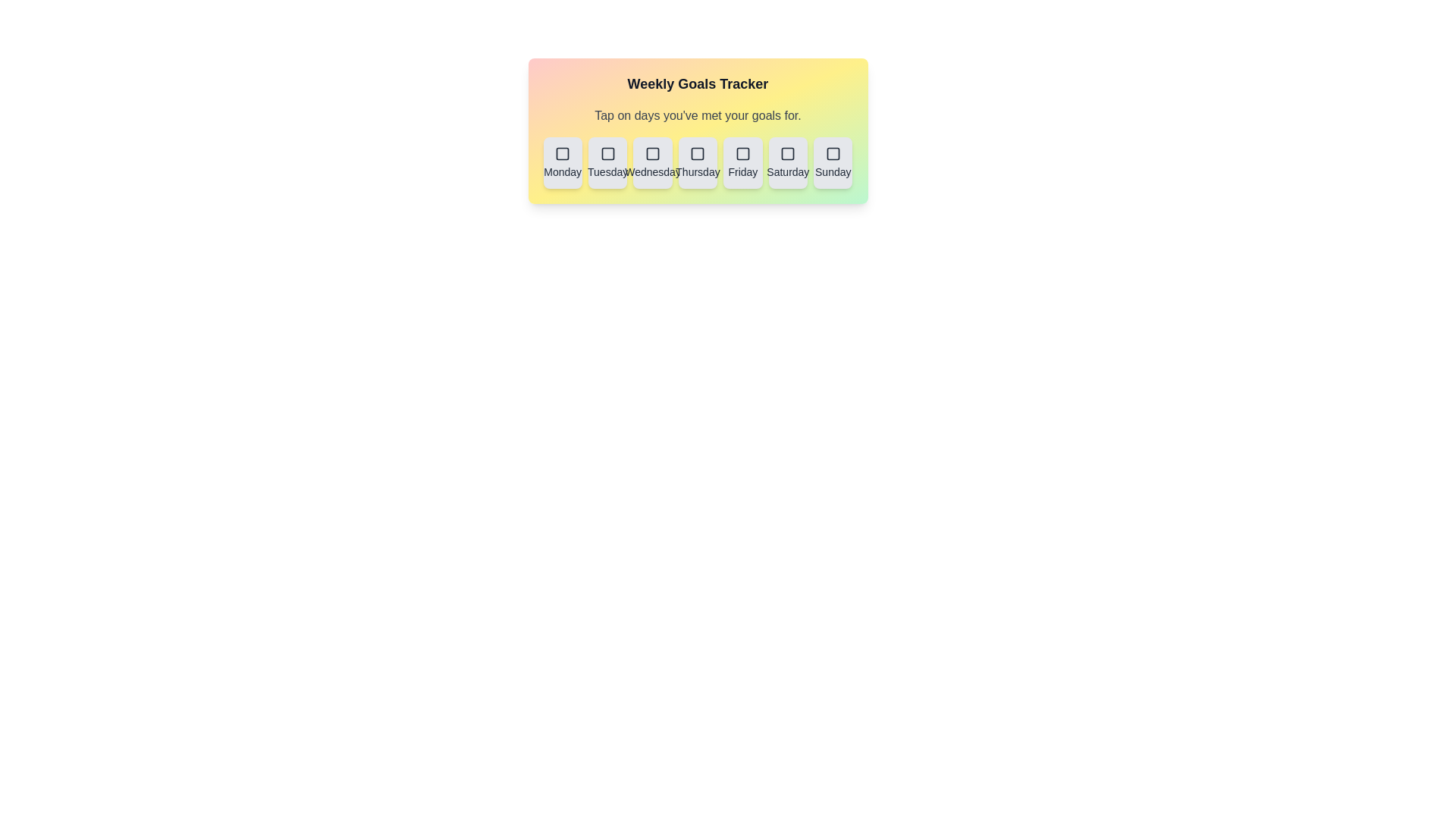 Image resolution: width=1456 pixels, height=819 pixels. Describe the element at coordinates (562, 163) in the screenshot. I see `the button labeled Monday` at that location.